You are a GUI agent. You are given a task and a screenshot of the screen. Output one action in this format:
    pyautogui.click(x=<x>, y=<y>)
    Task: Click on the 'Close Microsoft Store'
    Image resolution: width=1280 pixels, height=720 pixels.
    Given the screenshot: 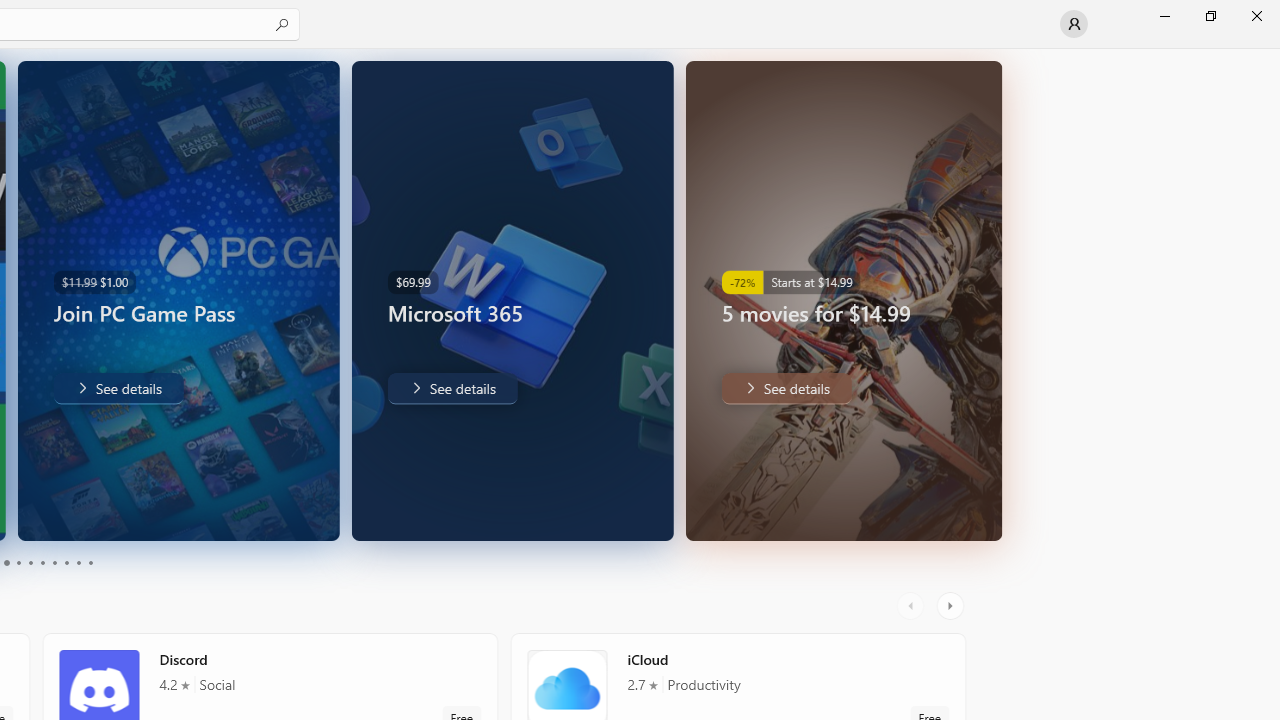 What is the action you would take?
    pyautogui.click(x=1255, y=15)
    